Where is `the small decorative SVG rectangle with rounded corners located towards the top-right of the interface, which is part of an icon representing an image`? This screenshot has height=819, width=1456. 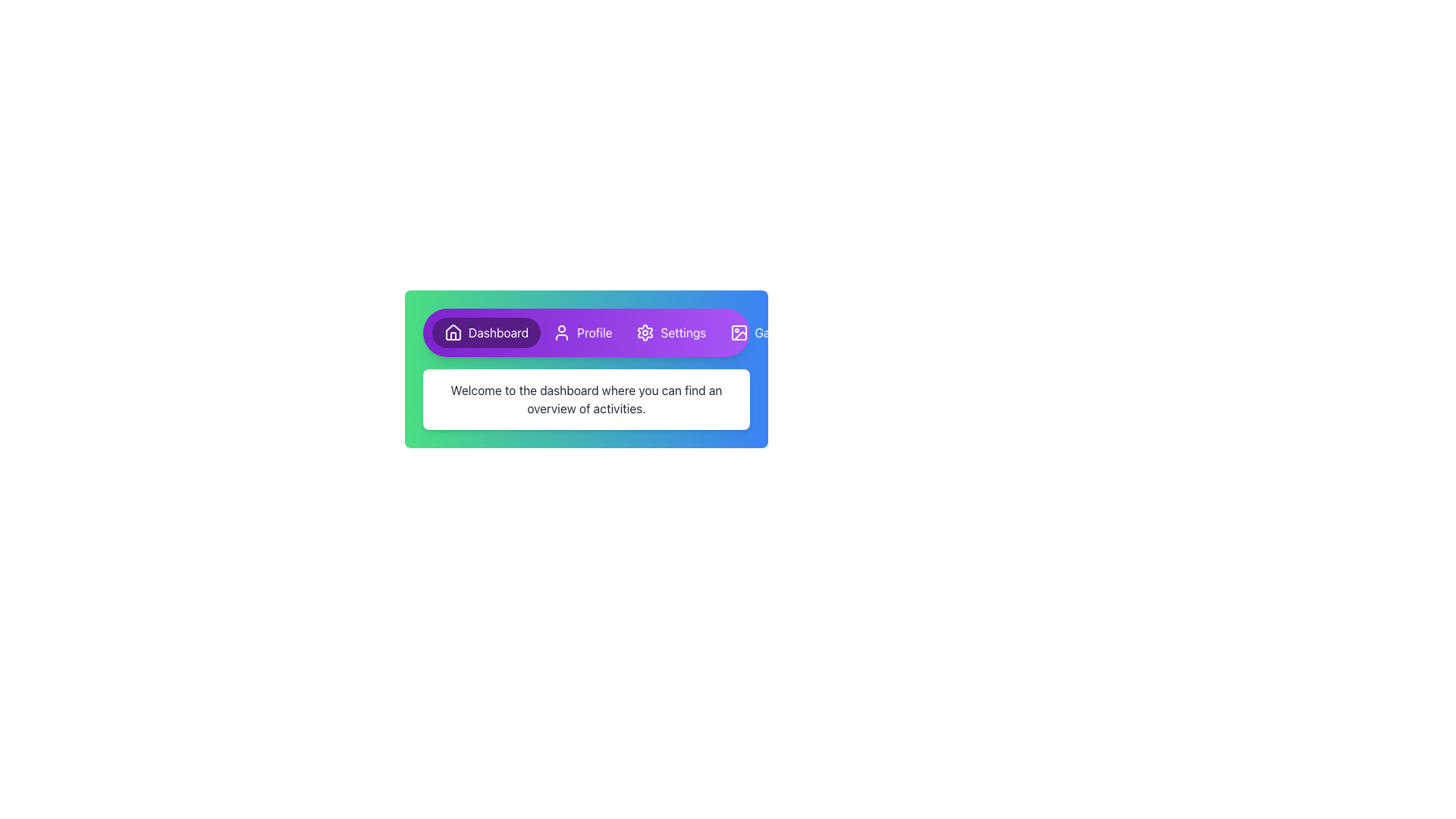 the small decorative SVG rectangle with rounded corners located towards the top-right of the interface, which is part of an icon representing an image is located at coordinates (739, 332).